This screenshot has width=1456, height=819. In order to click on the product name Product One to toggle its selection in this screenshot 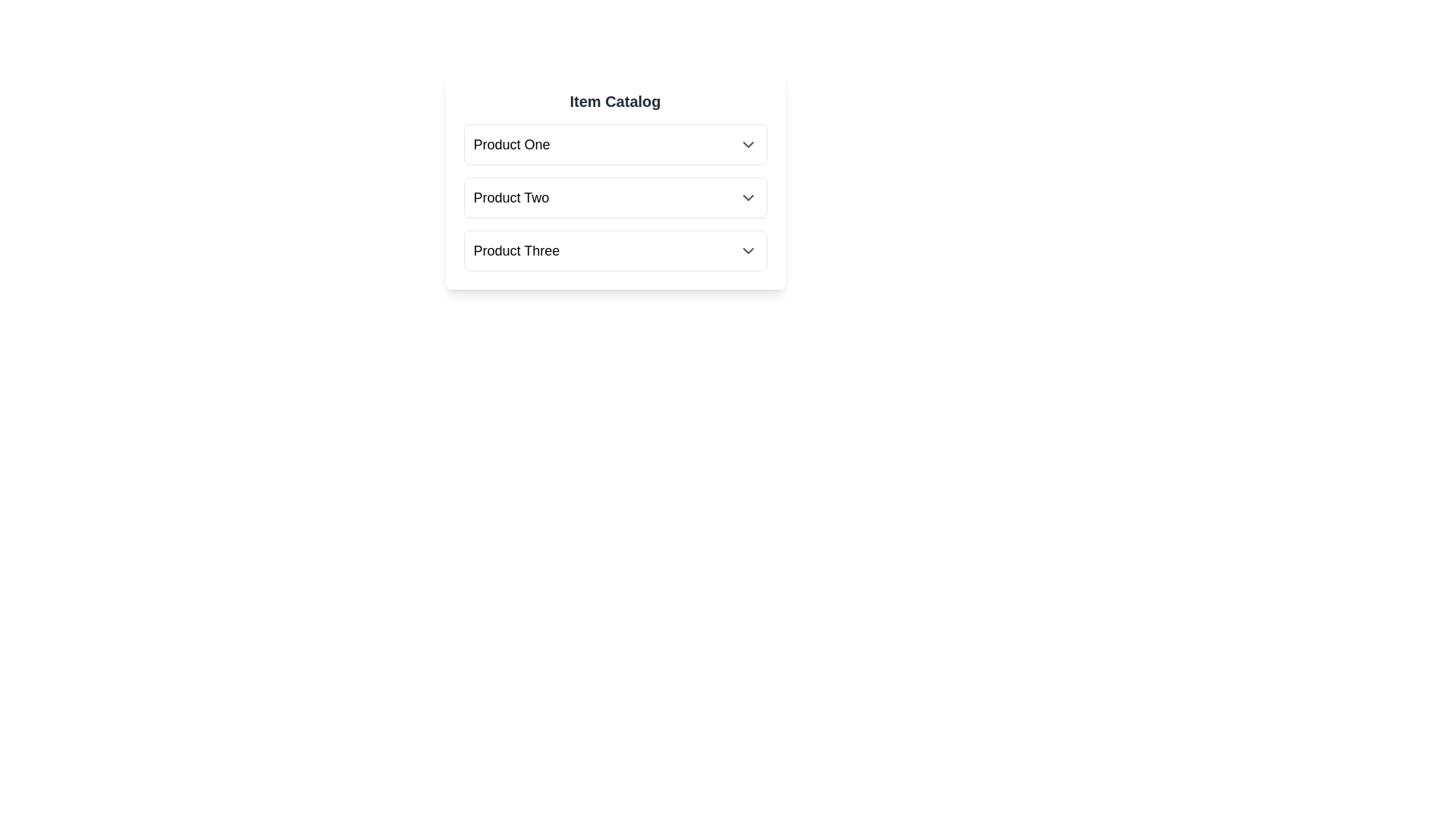, I will do `click(512, 145)`.